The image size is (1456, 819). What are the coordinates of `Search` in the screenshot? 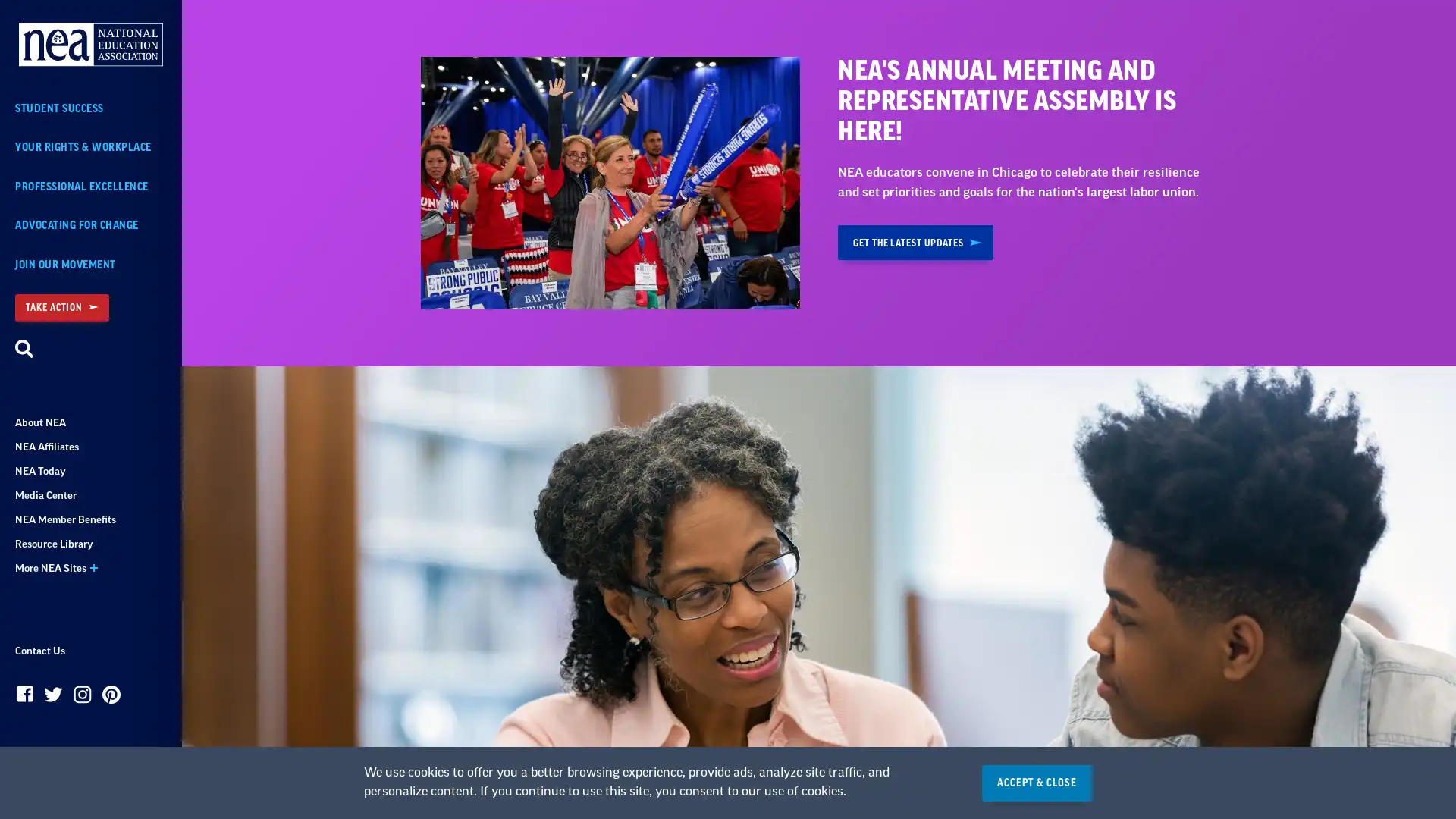 It's located at (24, 350).